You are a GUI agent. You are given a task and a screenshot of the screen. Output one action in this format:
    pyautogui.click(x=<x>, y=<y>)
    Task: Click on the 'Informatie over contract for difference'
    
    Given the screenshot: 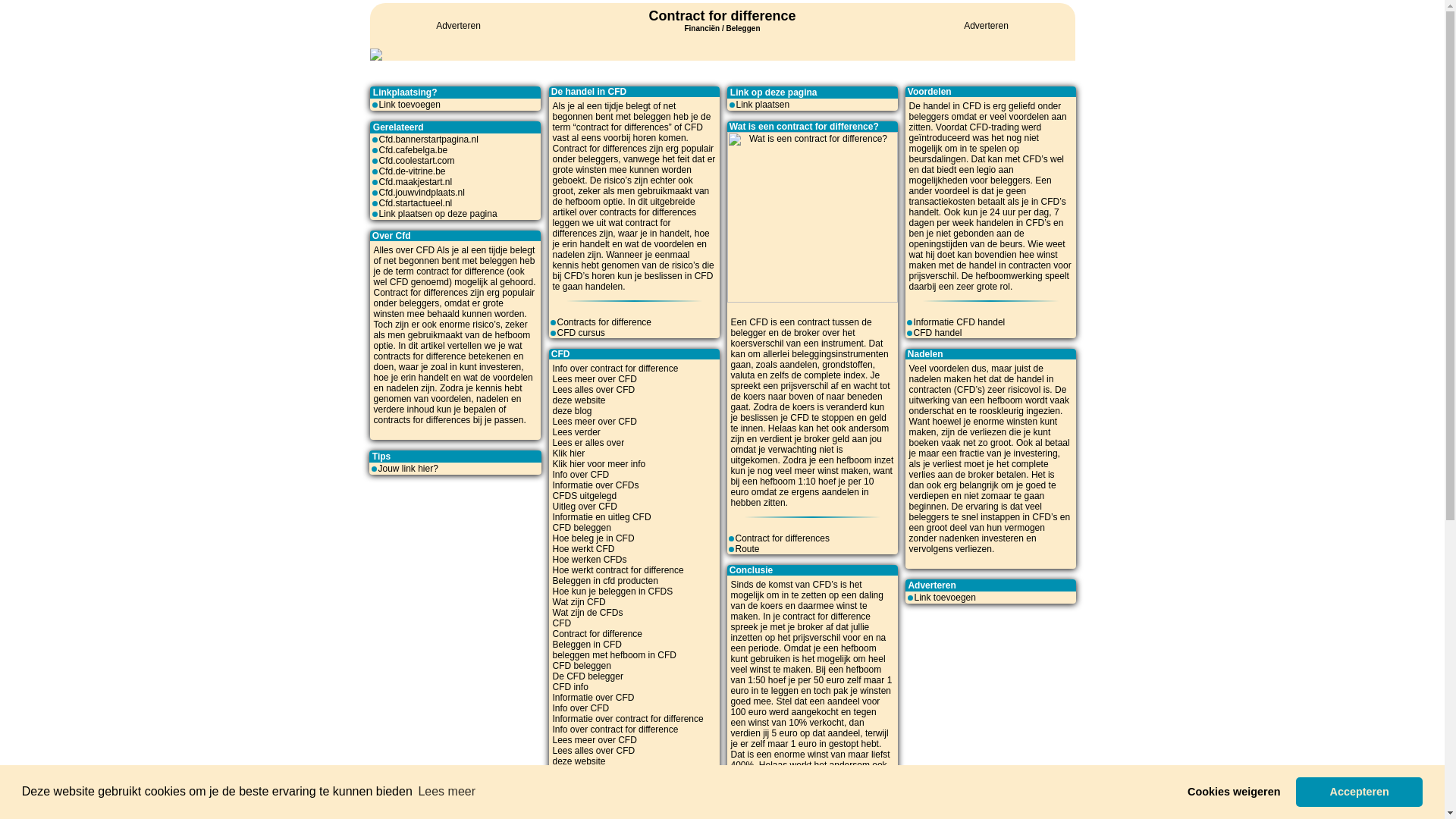 What is the action you would take?
    pyautogui.click(x=551, y=718)
    